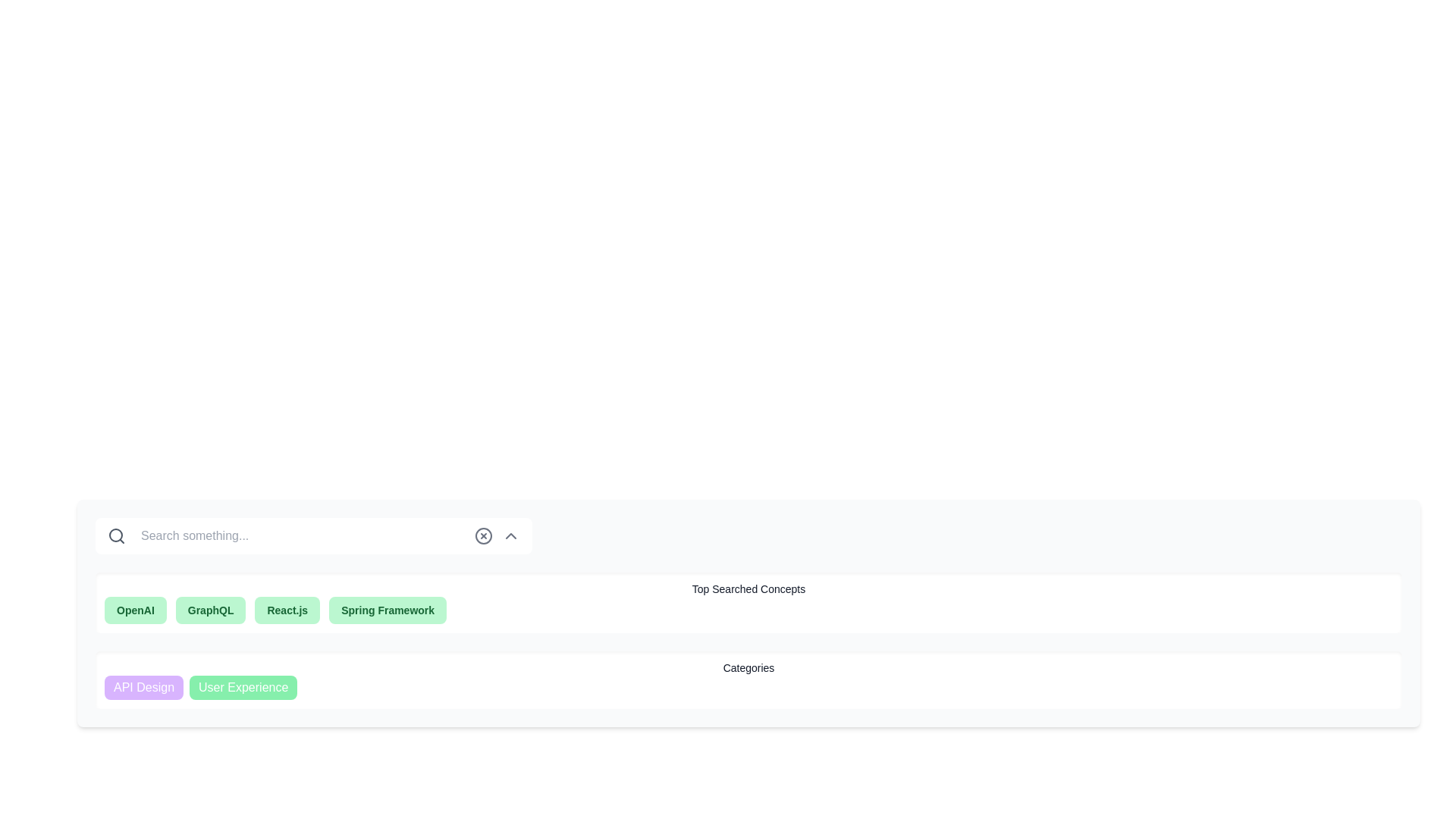 The image size is (1456, 819). Describe the element at coordinates (135, 610) in the screenshot. I see `the first button labeled 'OpenAI', which is a rounded rectangular button with a light green background and bold dark green text, located under the search bar in the 'Top Searched Concepts' section` at that location.